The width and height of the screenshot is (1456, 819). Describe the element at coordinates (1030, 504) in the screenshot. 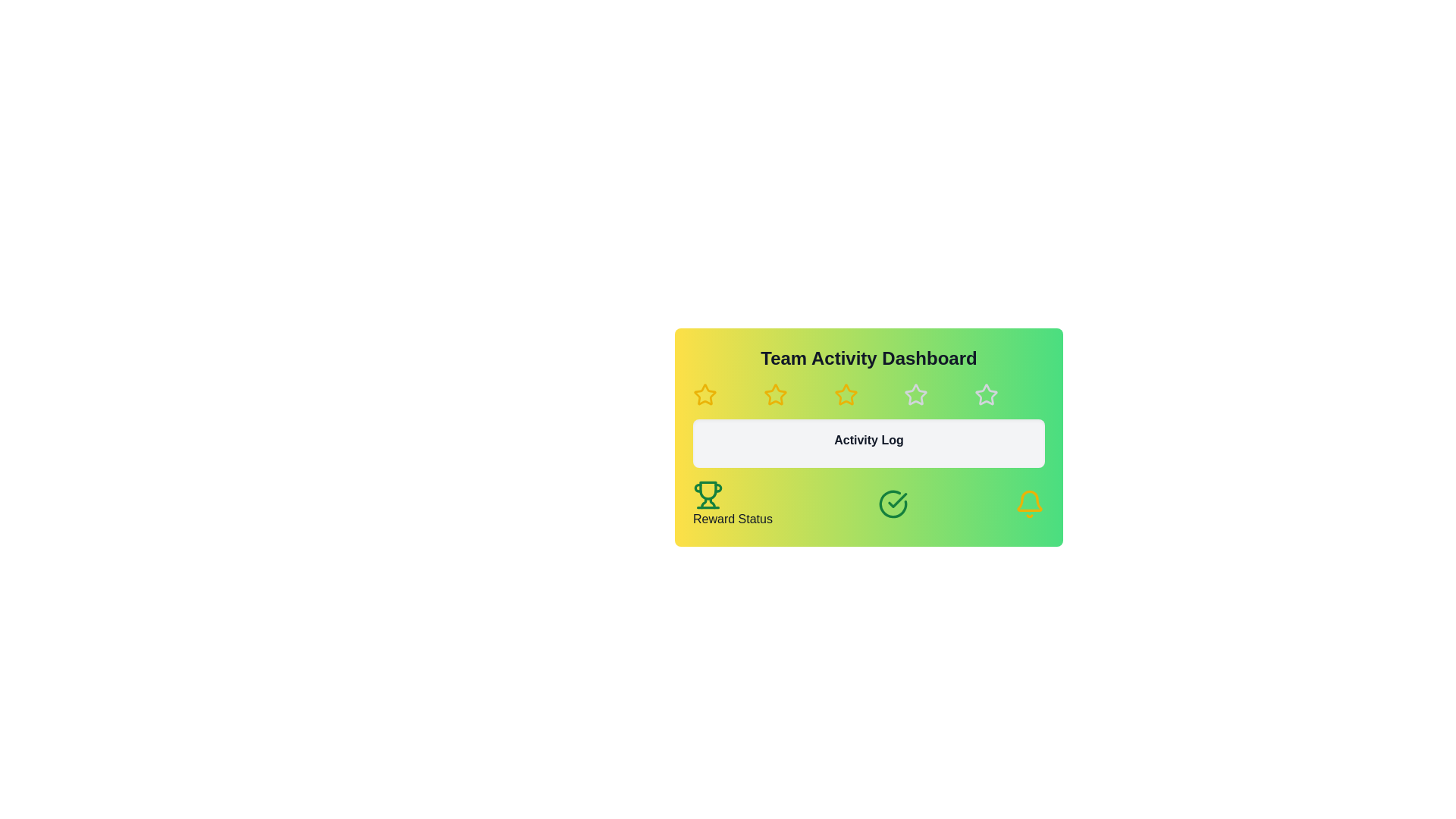

I see `the notification icon located at the bottom-right corner of the 'Reward Status' section` at that location.